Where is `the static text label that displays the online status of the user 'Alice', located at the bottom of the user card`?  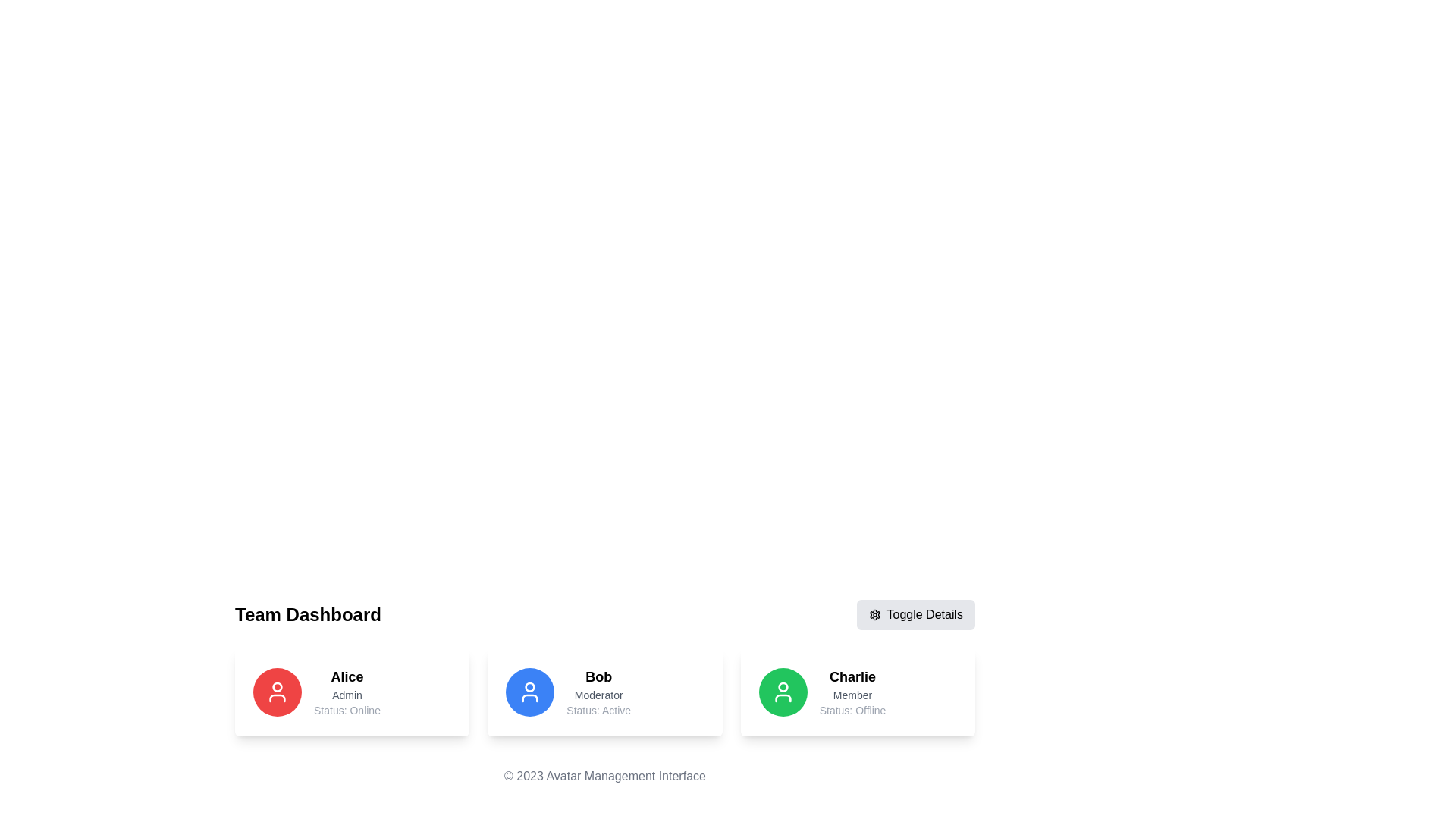 the static text label that displays the online status of the user 'Alice', located at the bottom of the user card is located at coordinates (346, 711).